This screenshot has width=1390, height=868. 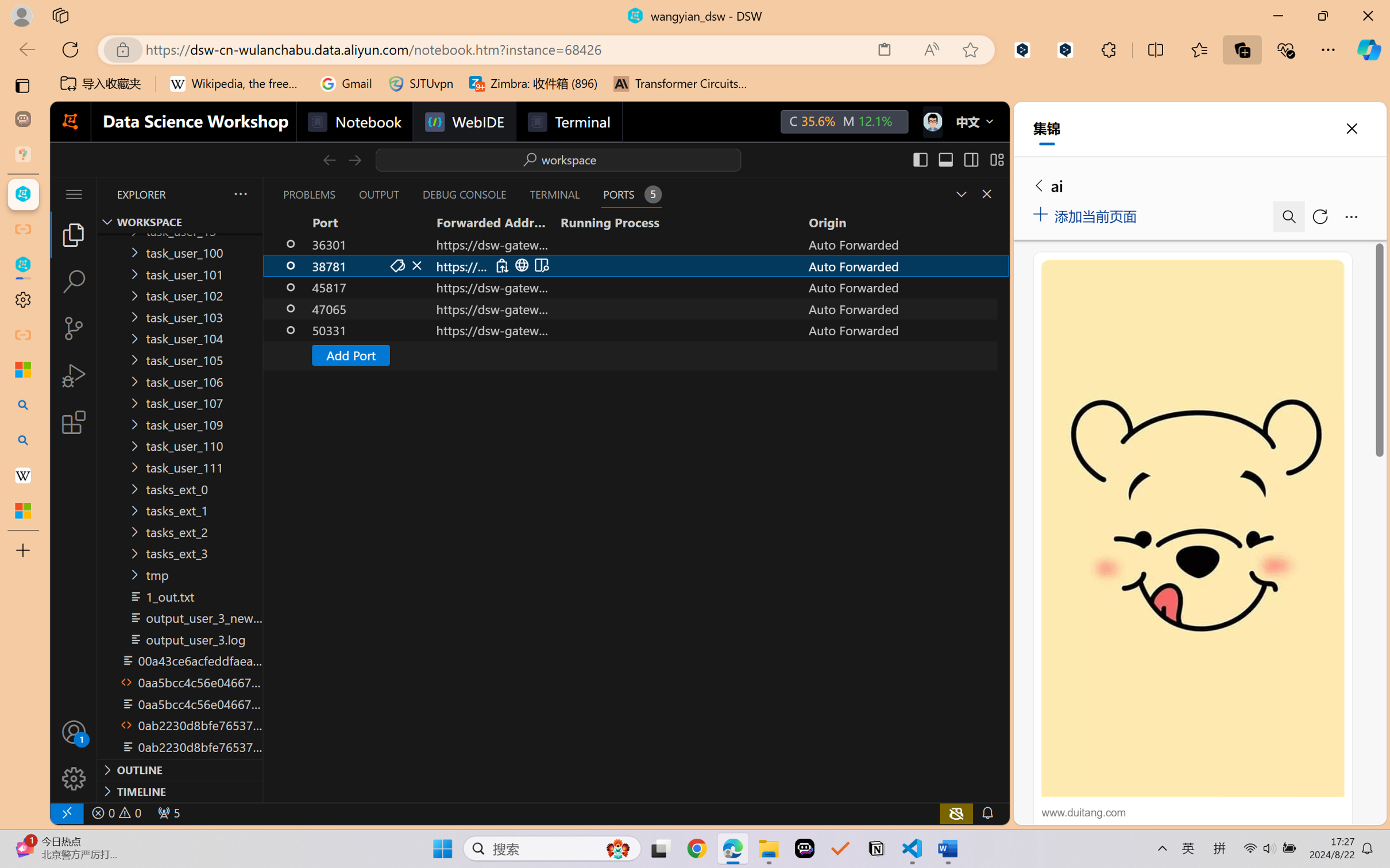 What do you see at coordinates (236, 83) in the screenshot?
I see `'Wikipedia, the free encyclopedia'` at bounding box center [236, 83].